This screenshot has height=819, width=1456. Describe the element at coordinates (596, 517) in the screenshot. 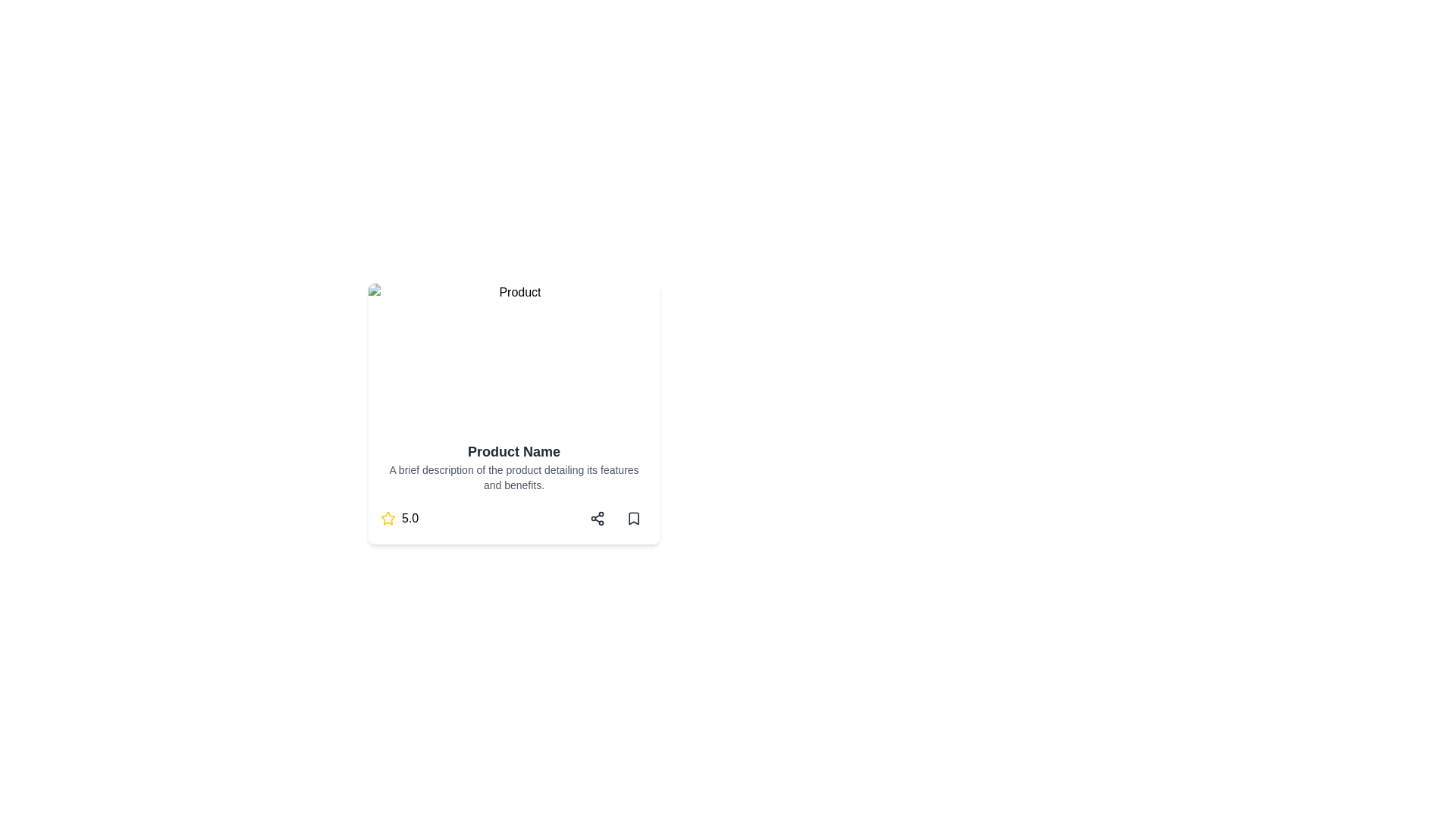

I see `the sharing button located at the bottom right of the product card` at that location.